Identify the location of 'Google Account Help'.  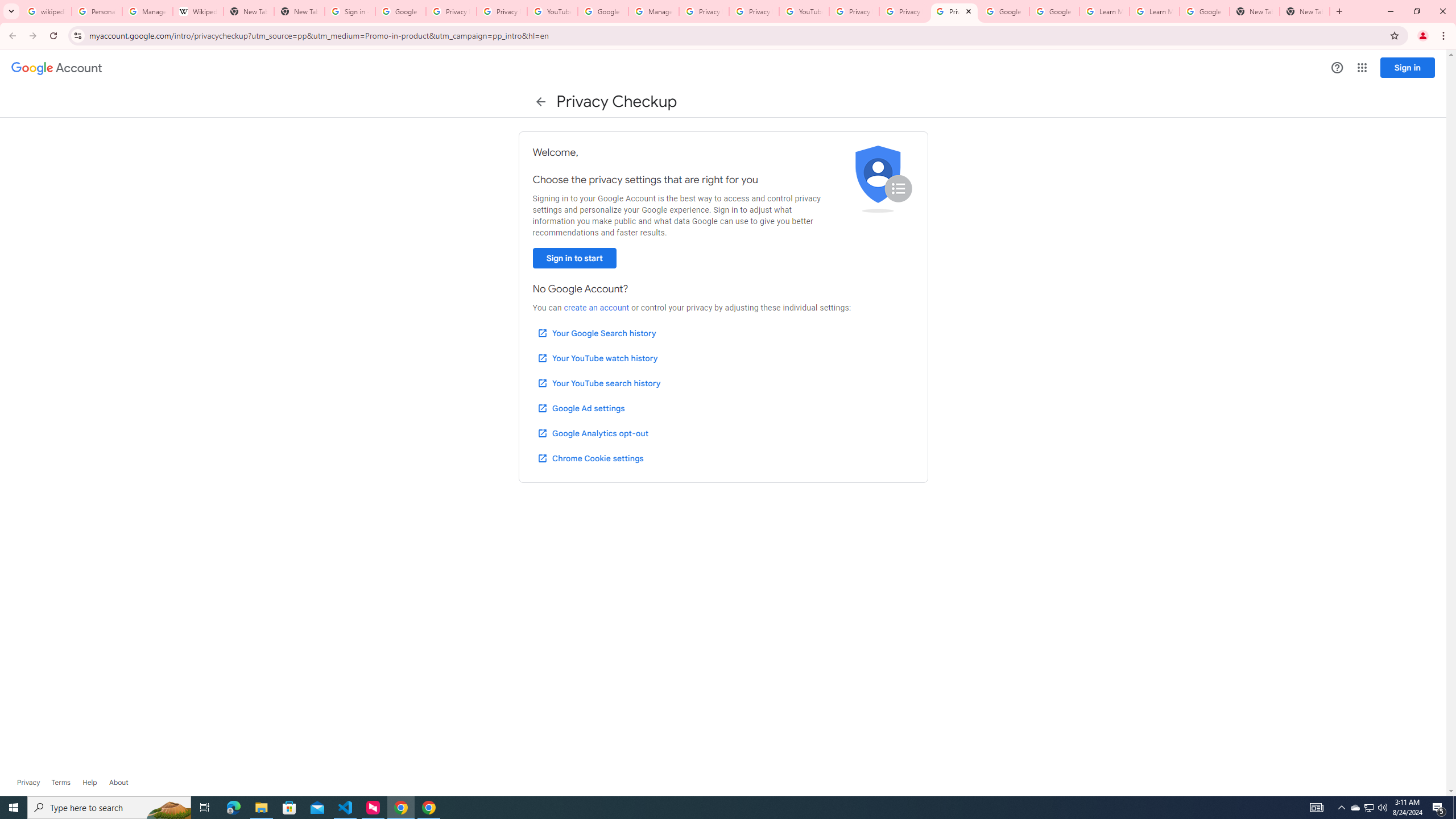
(1004, 11).